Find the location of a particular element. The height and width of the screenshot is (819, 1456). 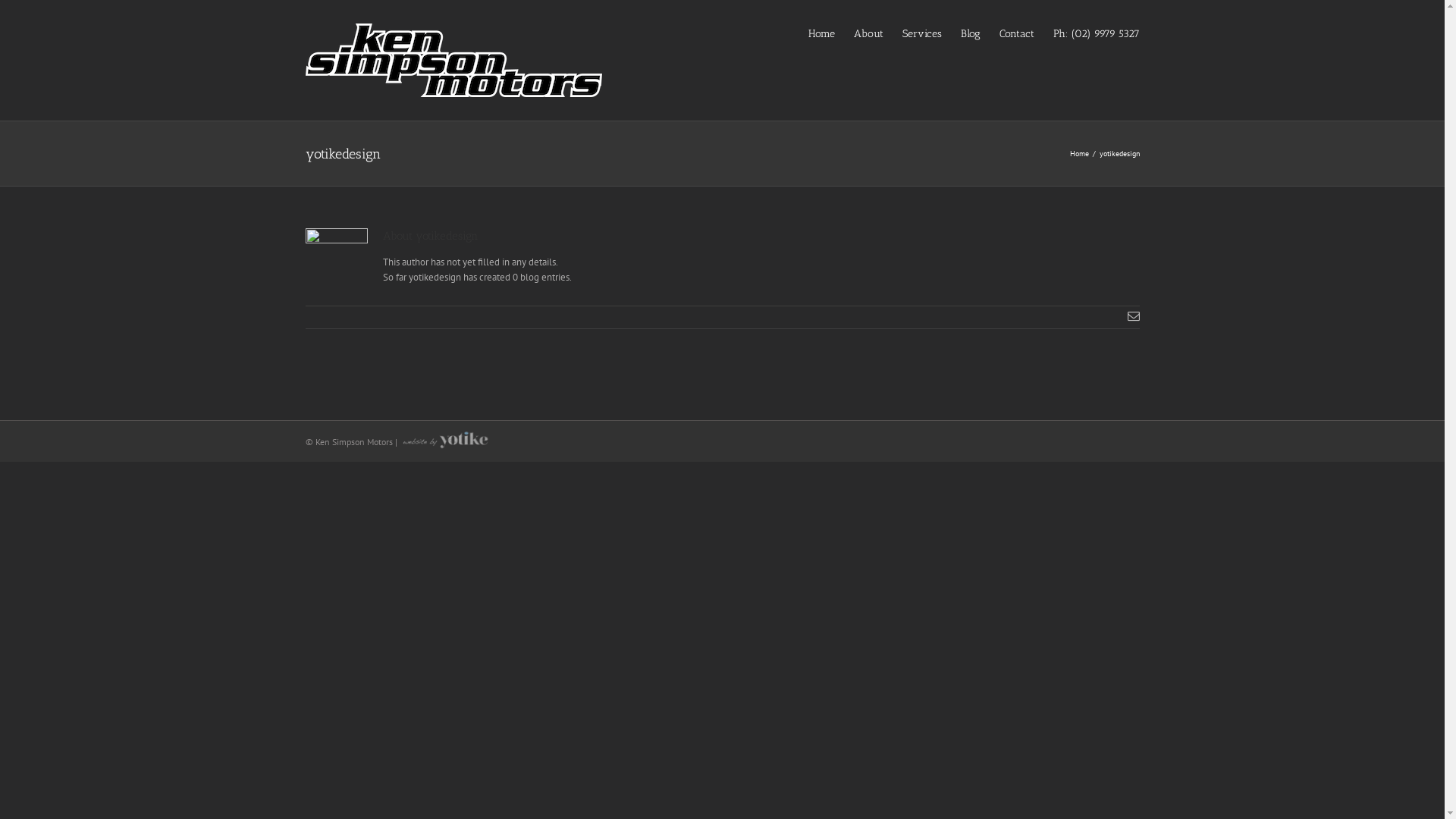

'About' is located at coordinates (868, 32).